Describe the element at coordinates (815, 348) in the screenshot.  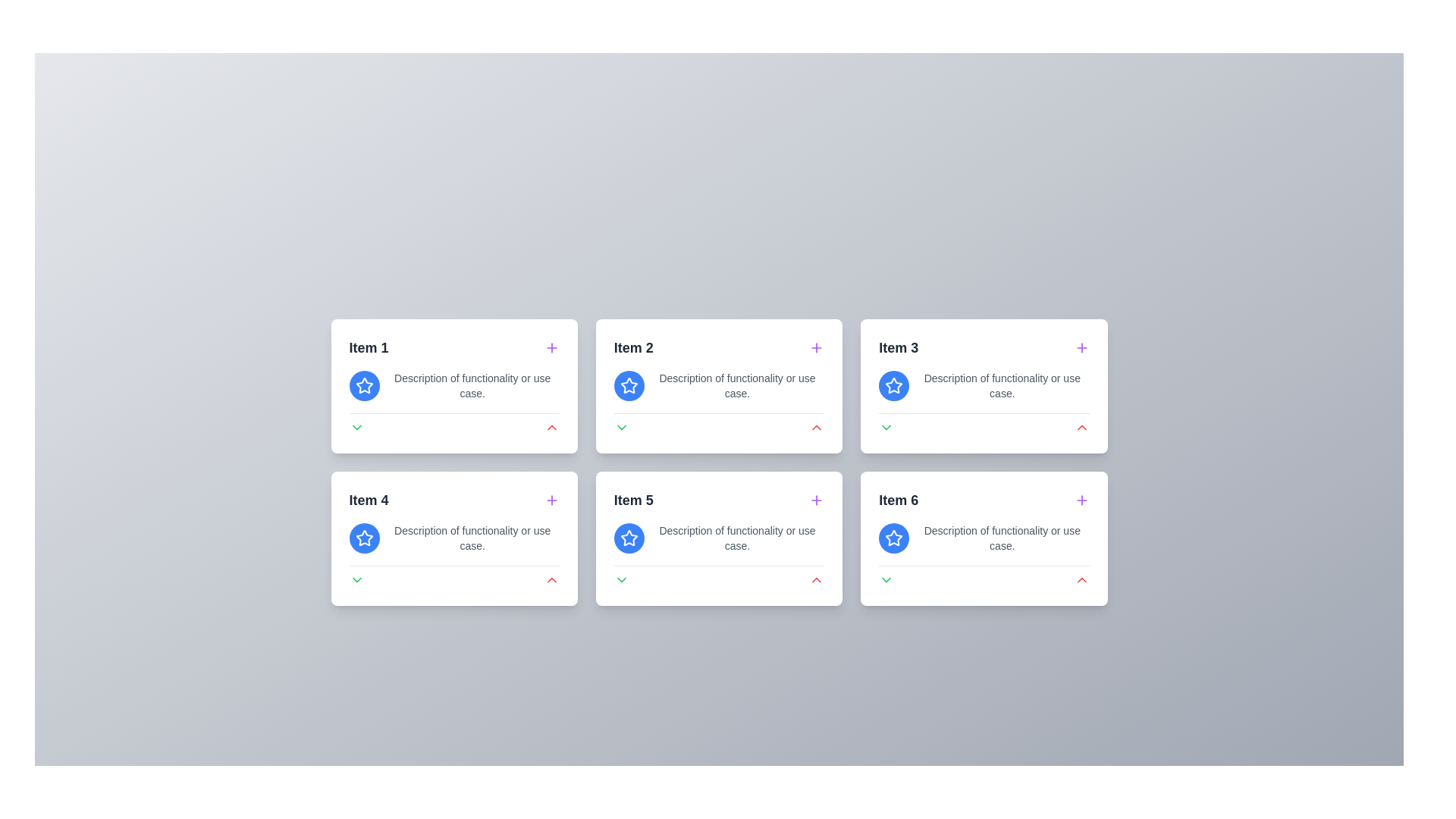
I see `the interactive button with an icon located at the top-right corner of the 'Item 2' card` at that location.